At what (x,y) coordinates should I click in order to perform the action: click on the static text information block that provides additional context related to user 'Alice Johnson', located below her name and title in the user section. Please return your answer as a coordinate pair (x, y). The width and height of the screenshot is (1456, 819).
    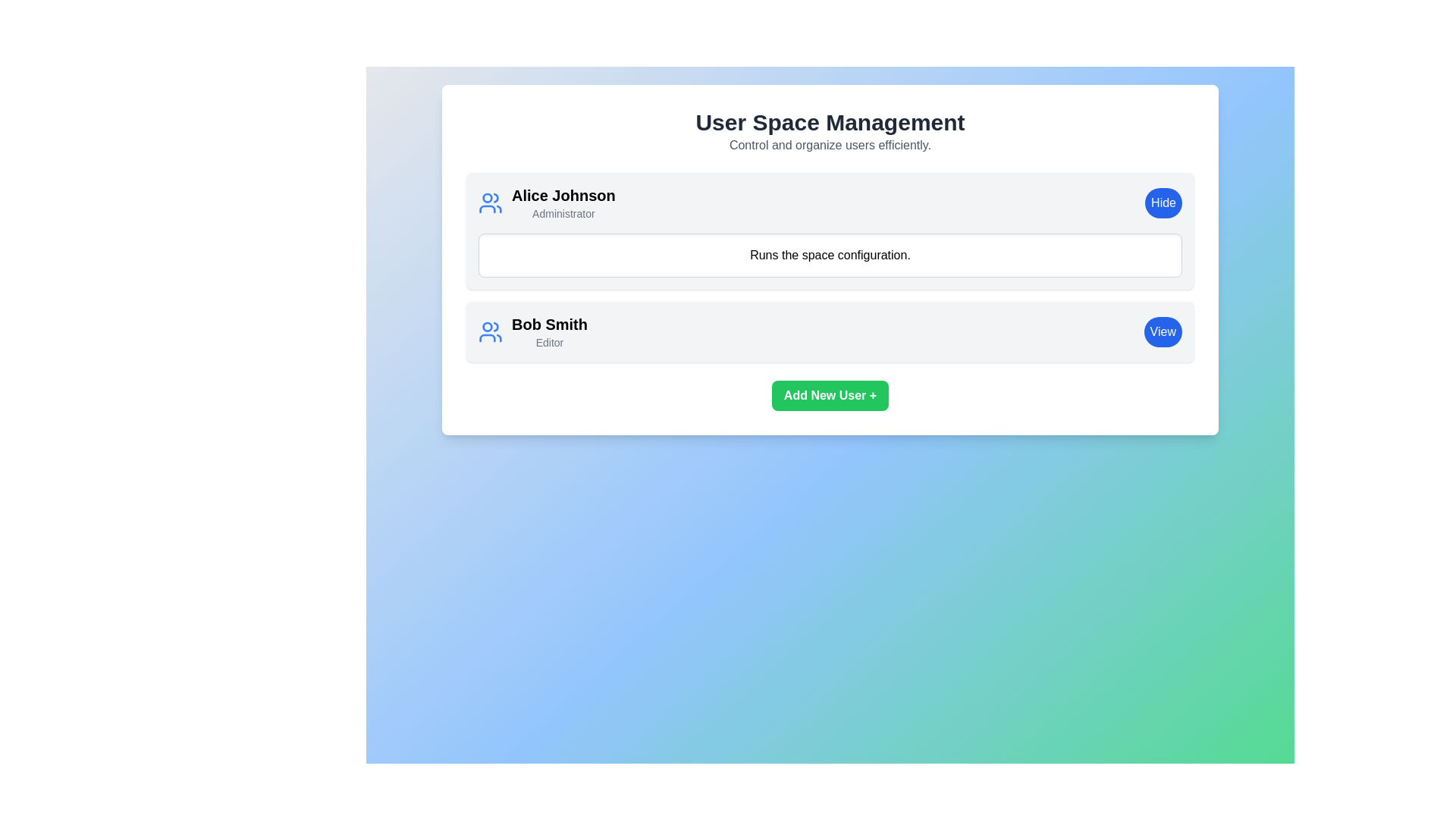
    Looking at the image, I should click on (829, 254).